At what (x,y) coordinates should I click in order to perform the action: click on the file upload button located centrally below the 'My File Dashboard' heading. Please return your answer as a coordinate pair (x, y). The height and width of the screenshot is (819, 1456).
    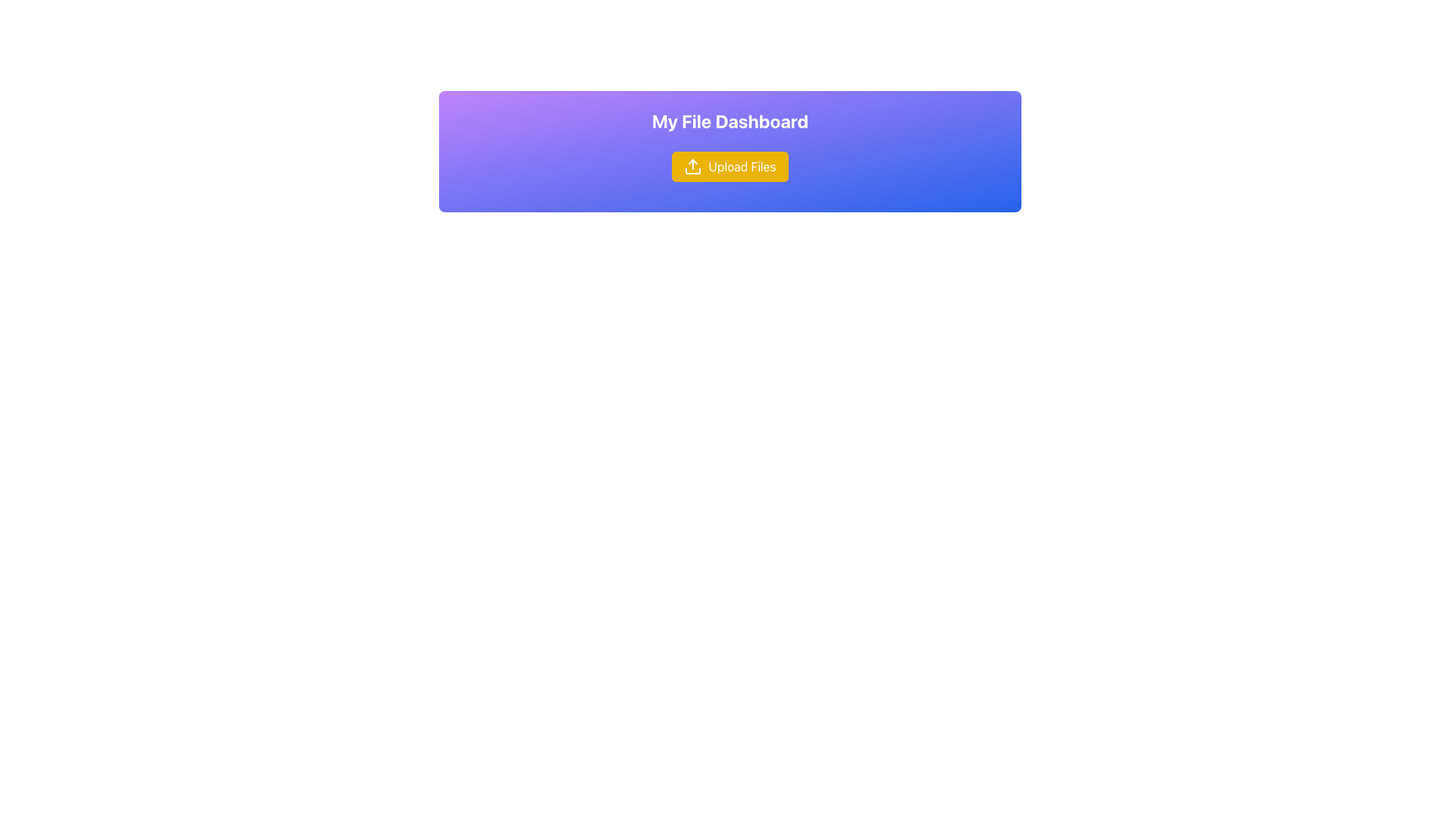
    Looking at the image, I should click on (730, 166).